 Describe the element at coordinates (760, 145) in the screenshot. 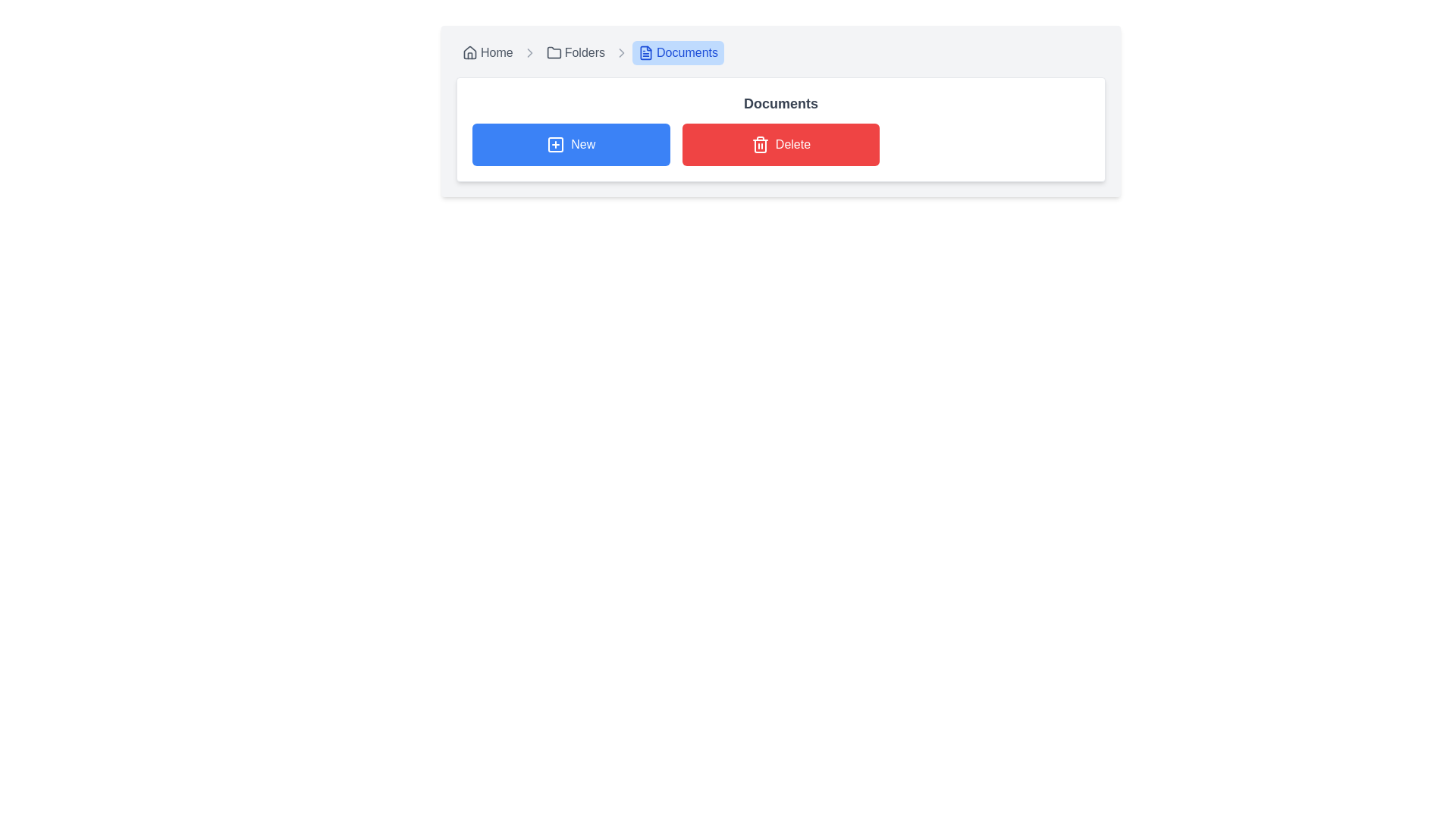

I see `the appearance of the trash can icon located within the red 'Delete' button in the 'Documents' section, positioned to the left of the 'Delete' text` at that location.